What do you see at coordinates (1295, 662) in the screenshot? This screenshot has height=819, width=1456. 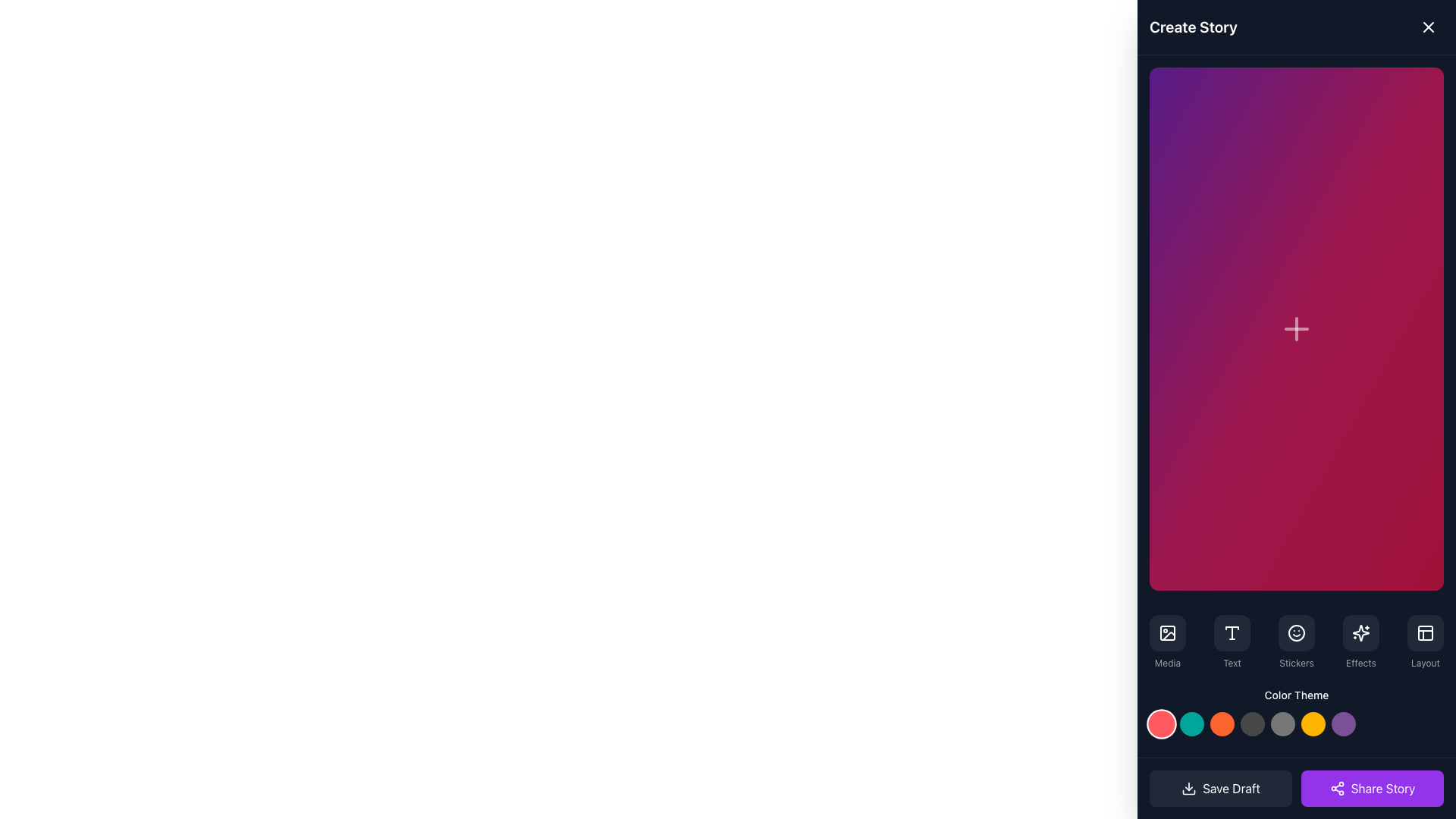 I see `the gray text label displaying 'Stickers', which is located at the bottom center of a button-like group below a smiling face icon` at bounding box center [1295, 662].